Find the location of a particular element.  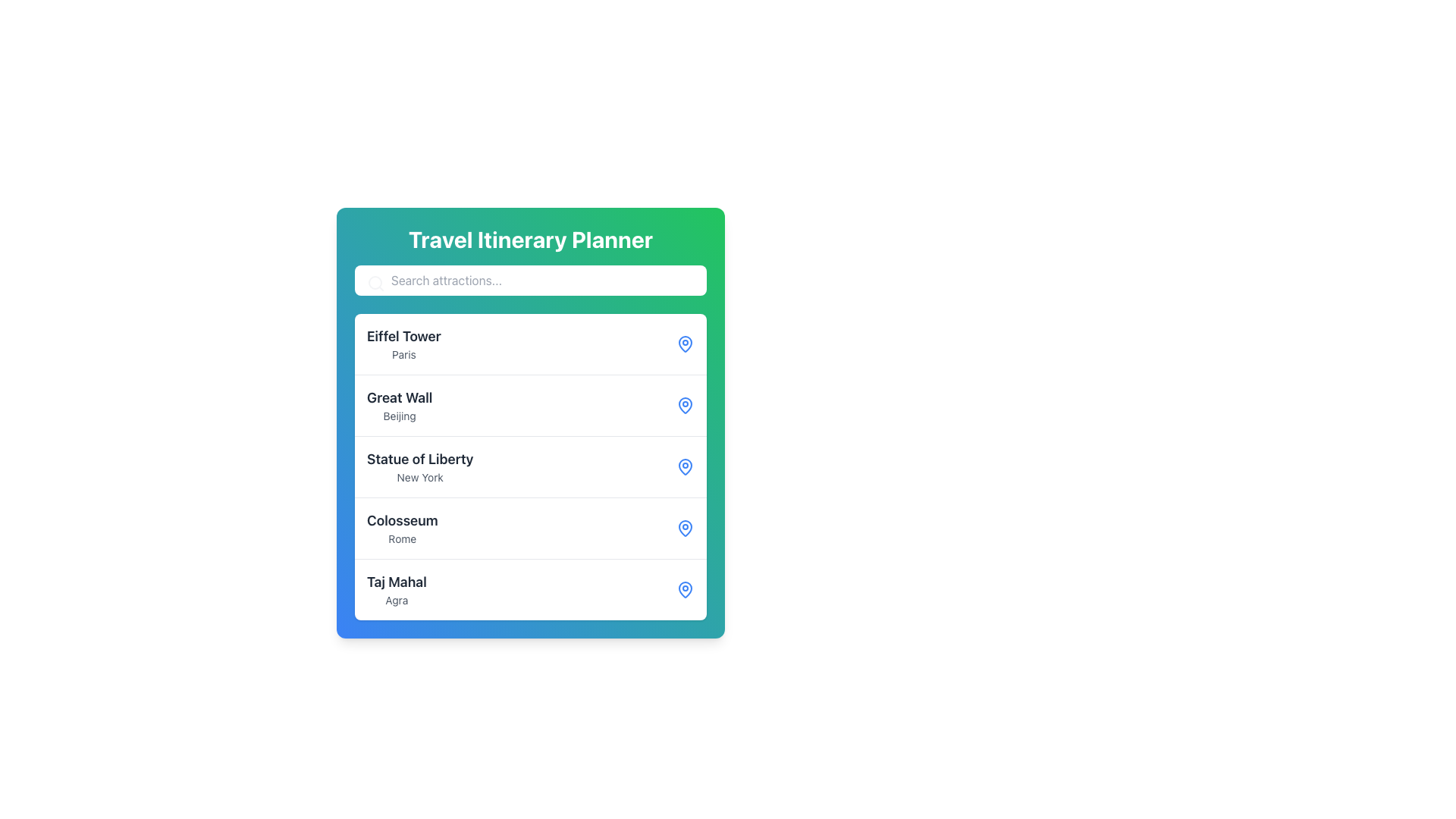

the text label that displays 'Great Wall', which is styled prominently and located directly above the smaller text 'Beijing' is located at coordinates (400, 397).